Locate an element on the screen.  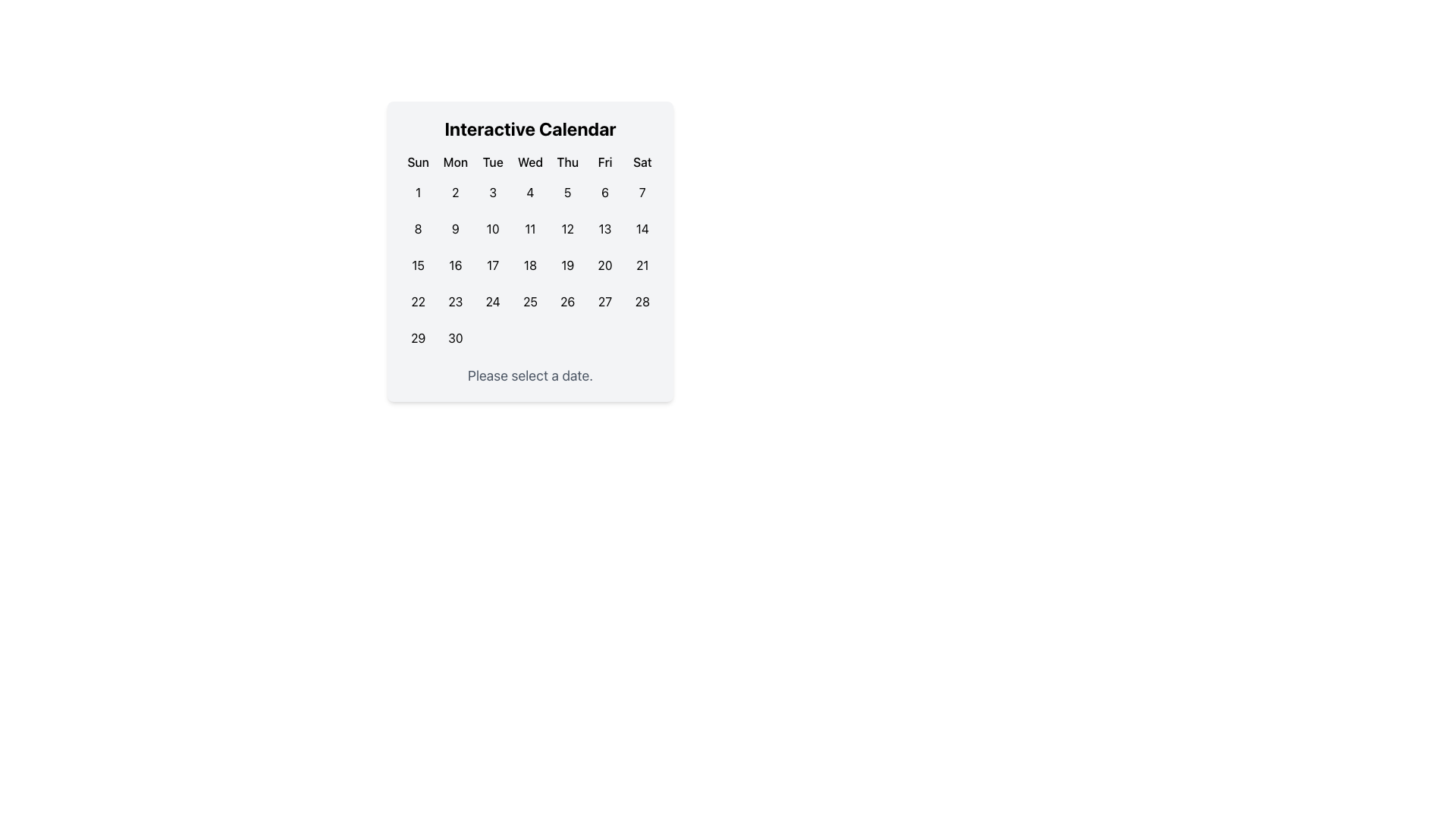
the square-shaped Selectable Date Button labeled '23' in the calendar is located at coordinates (454, 301).